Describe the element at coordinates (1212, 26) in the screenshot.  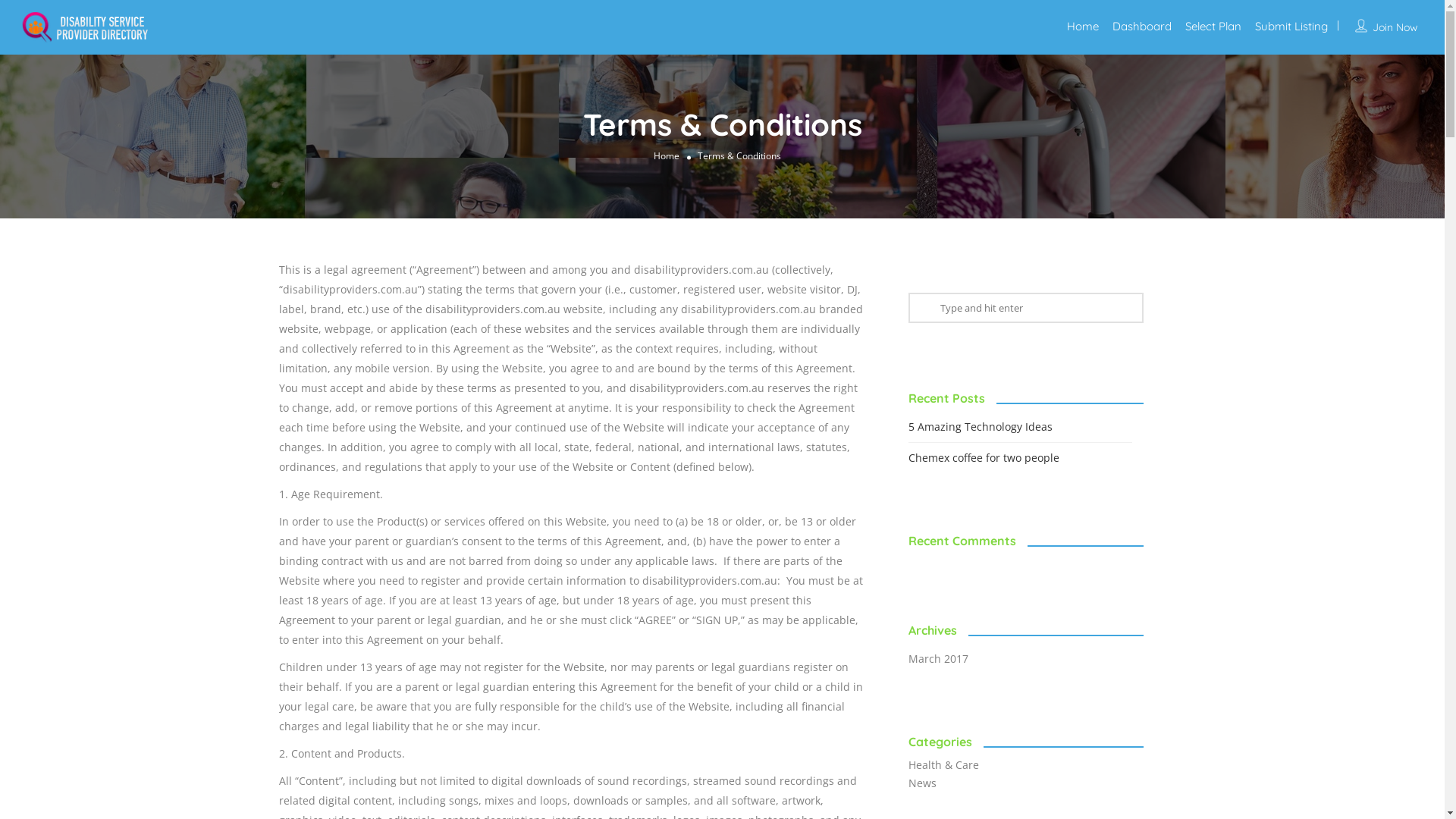
I see `'Select Plan'` at that location.